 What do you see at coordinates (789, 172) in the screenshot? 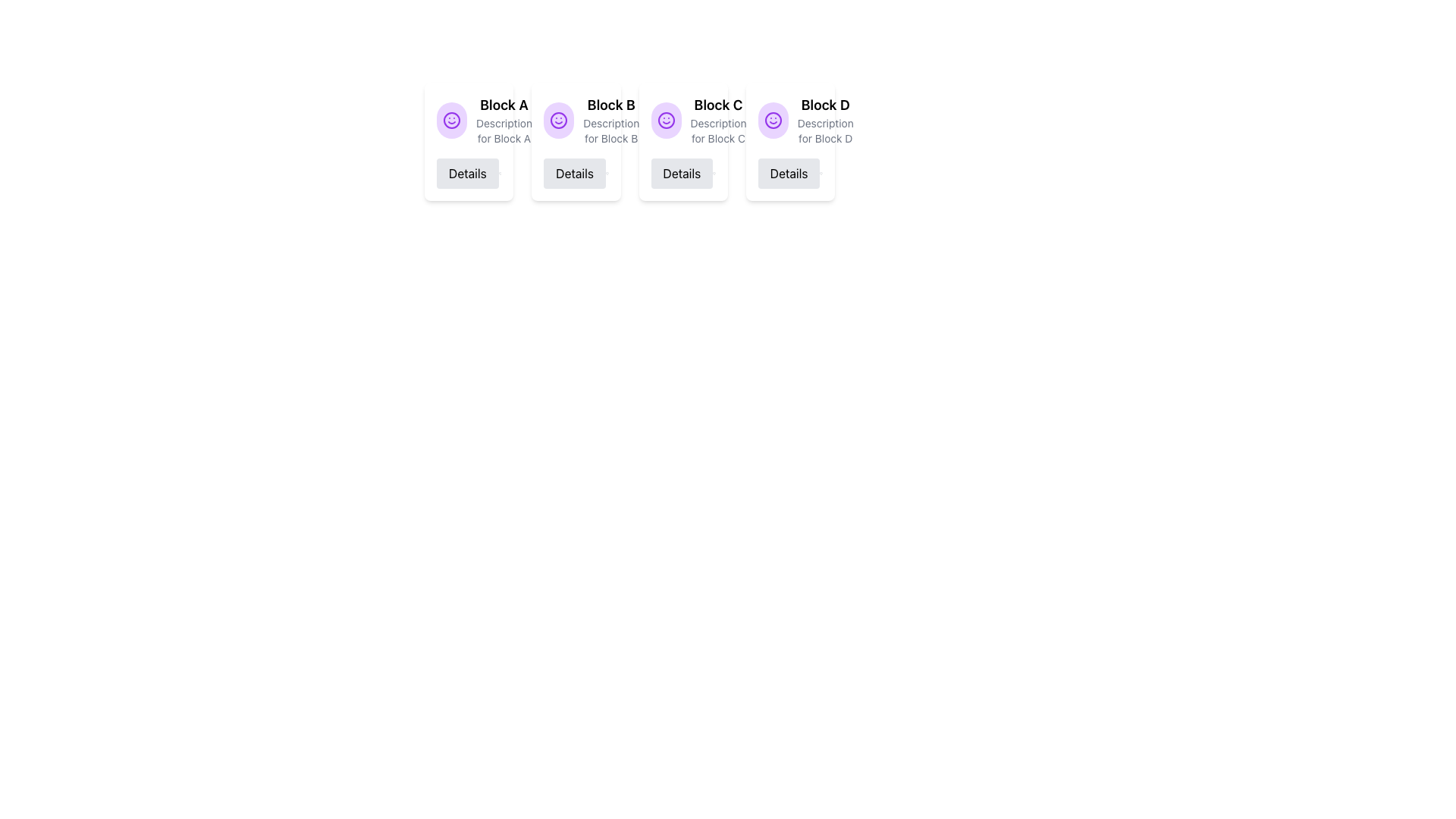
I see `the 'Details' button located under the title 'Block D', which is a rectangular button with rounded corners and a light gray background` at bounding box center [789, 172].